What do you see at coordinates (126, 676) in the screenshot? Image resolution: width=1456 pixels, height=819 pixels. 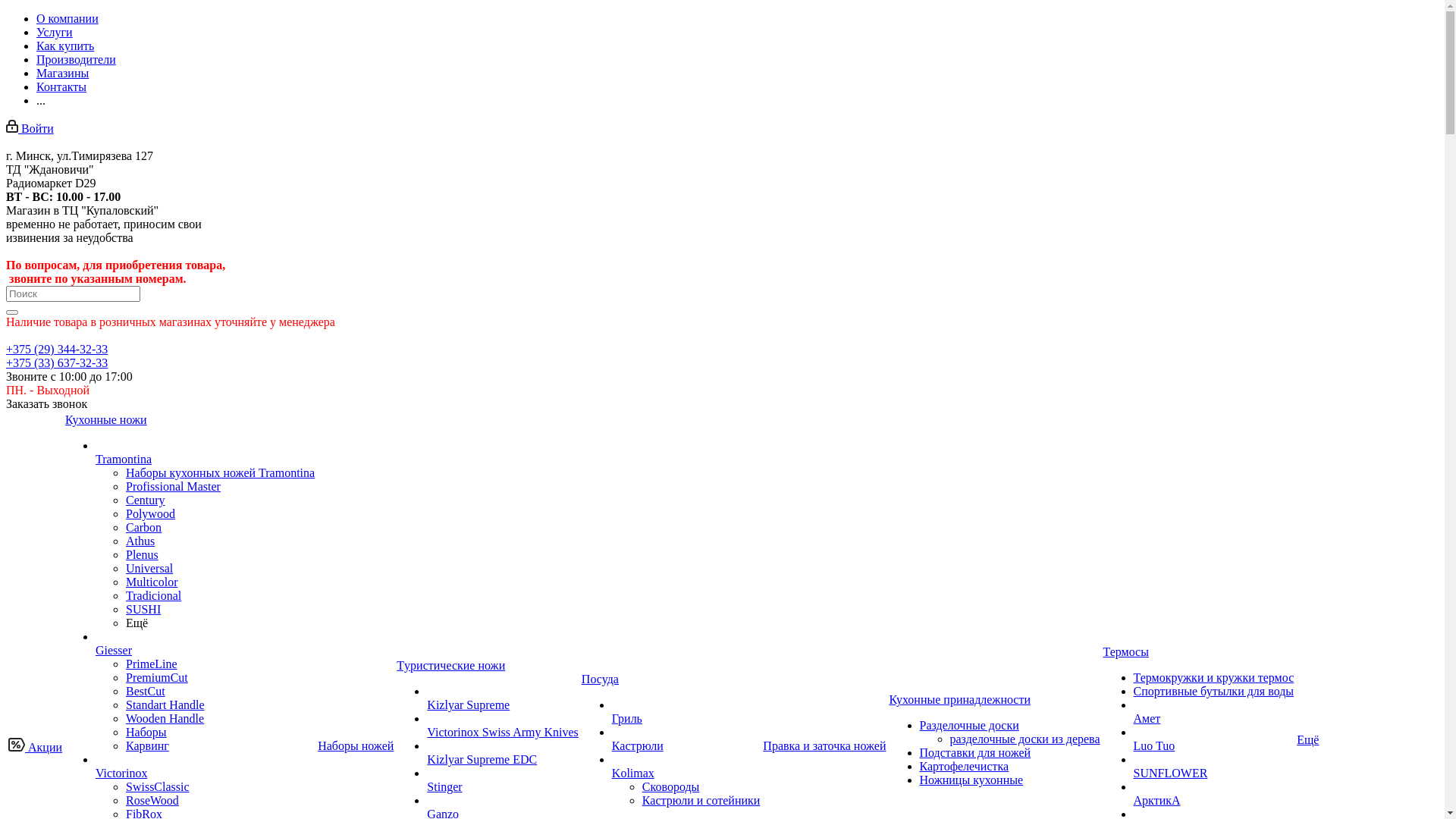 I see `'PremiumCut'` at bounding box center [126, 676].